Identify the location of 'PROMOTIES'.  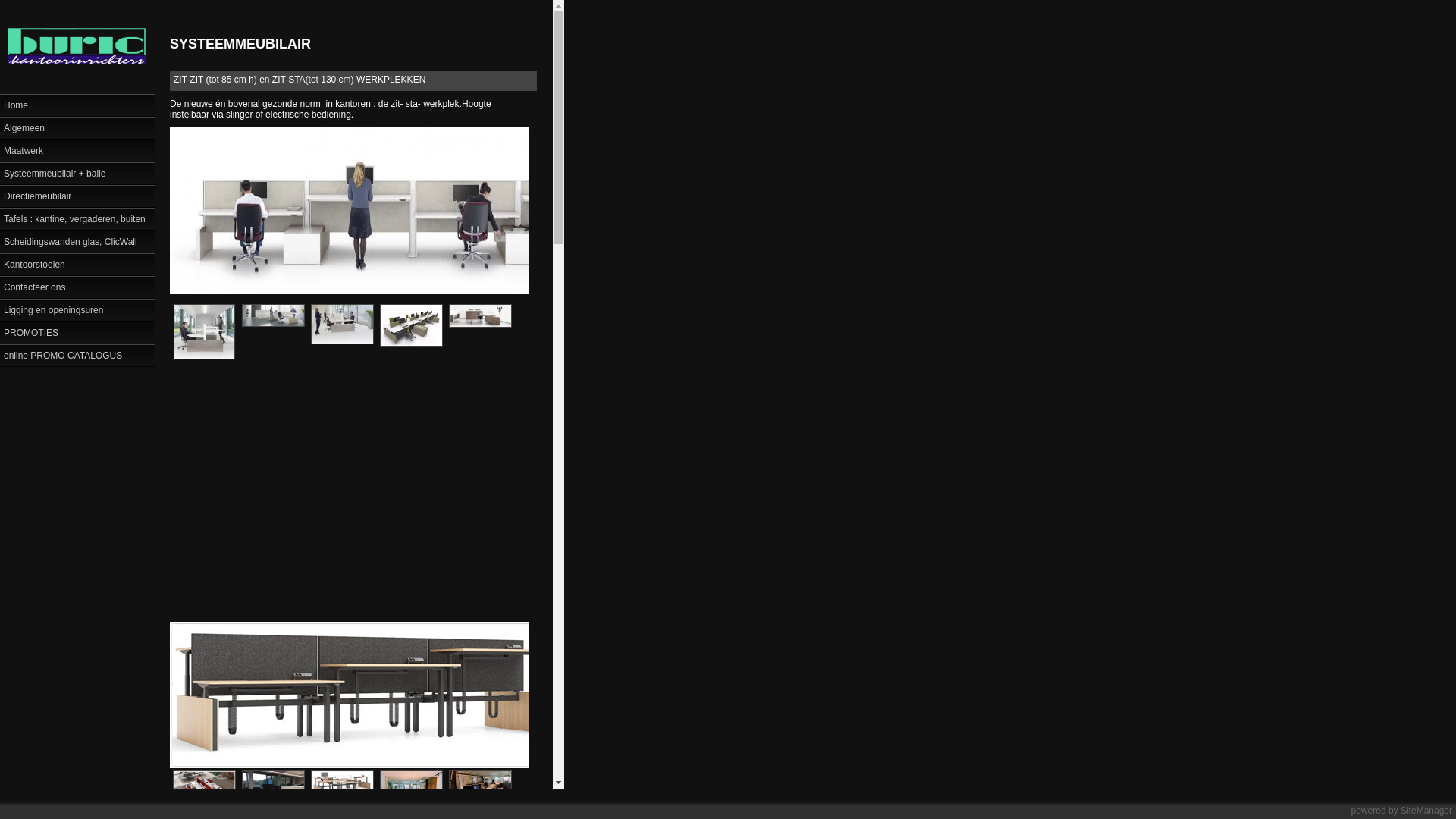
(76, 331).